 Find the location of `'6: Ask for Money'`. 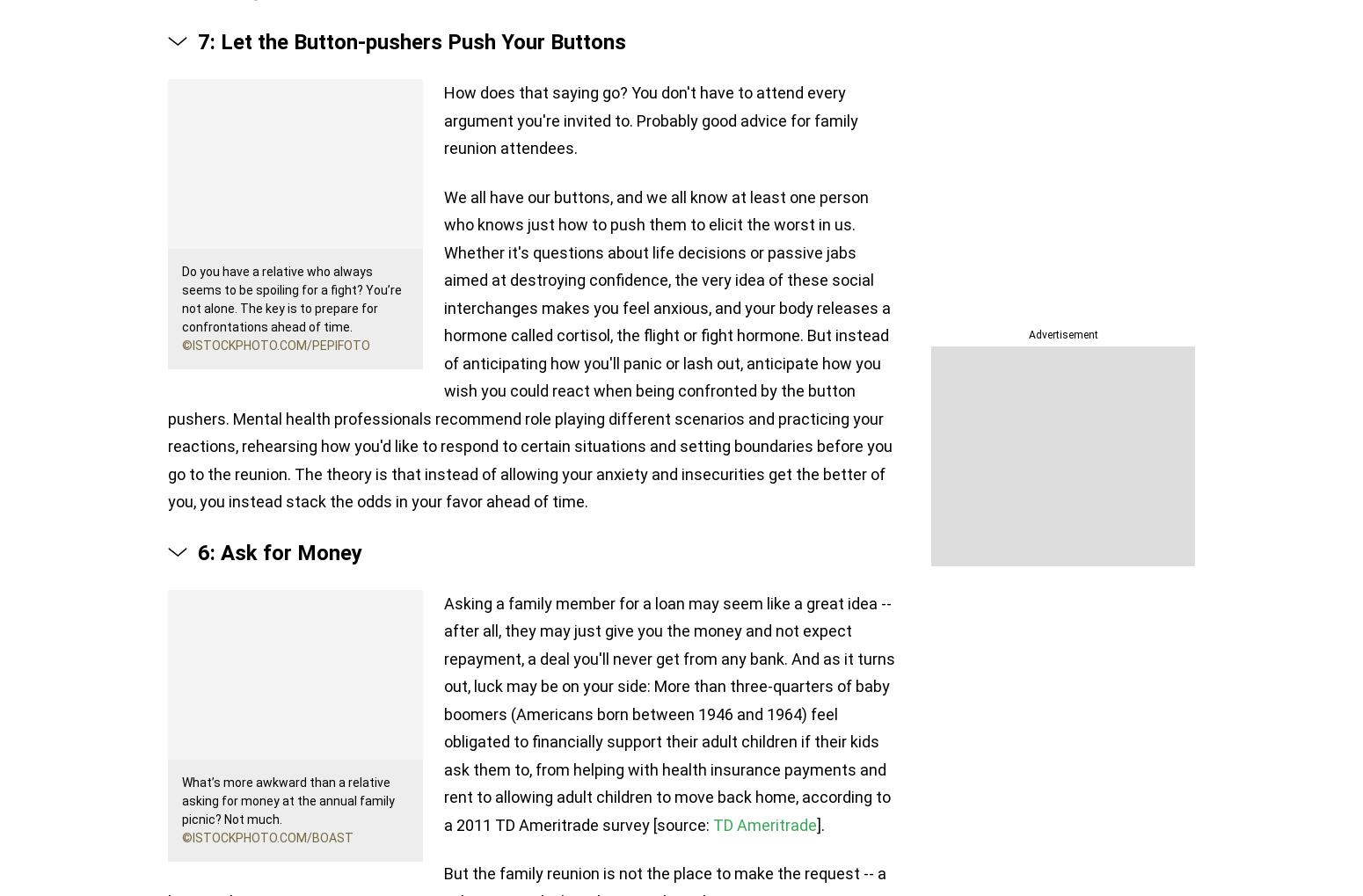

'6: Ask for Money' is located at coordinates (279, 552).